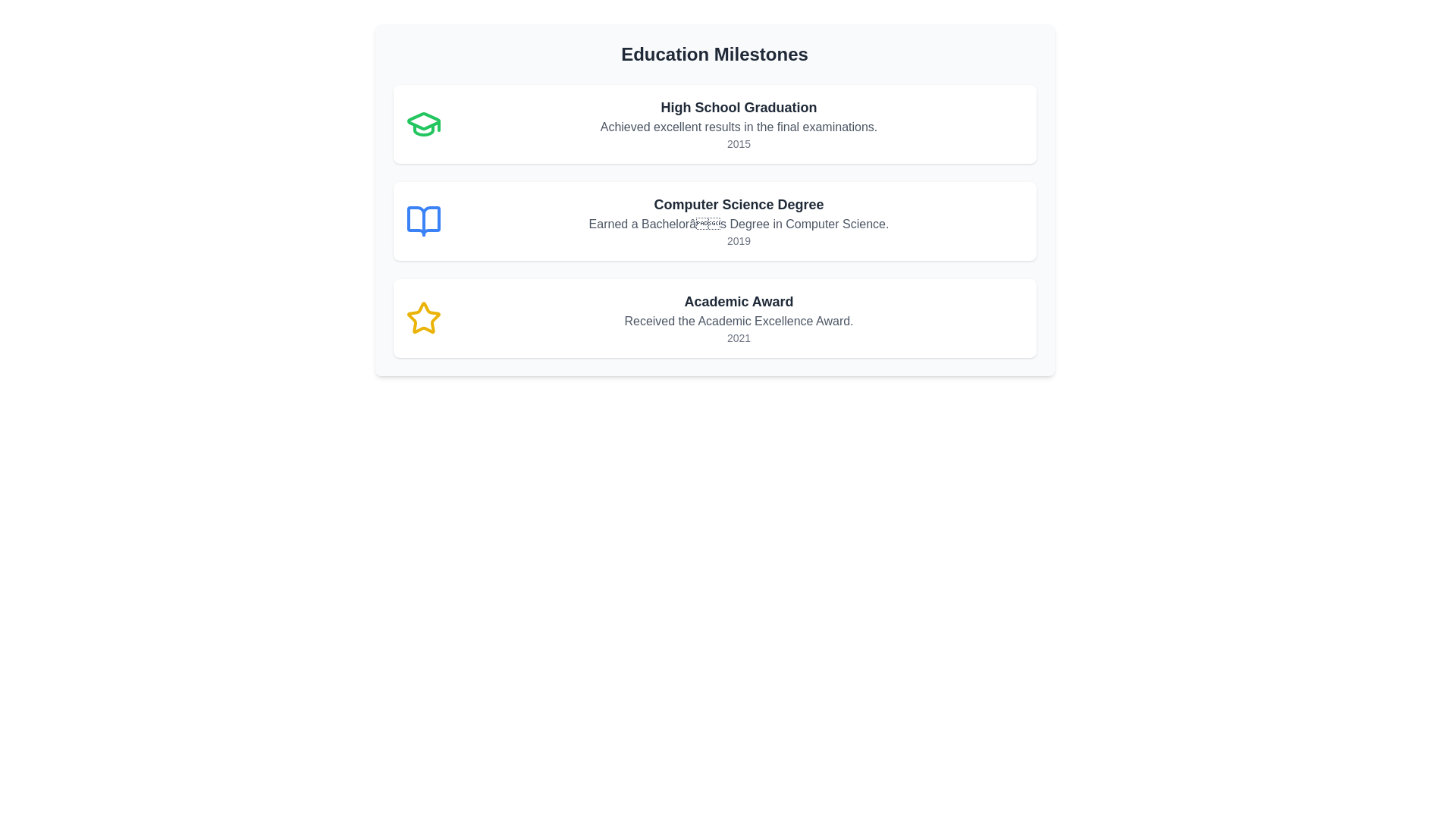 Image resolution: width=1456 pixels, height=819 pixels. What do you see at coordinates (739, 337) in the screenshot?
I see `the Text Label displaying the year associated with the 'Academic Award' milestone, located at the bottom-right area of the third card in the vertical sequence of education milestones` at bounding box center [739, 337].